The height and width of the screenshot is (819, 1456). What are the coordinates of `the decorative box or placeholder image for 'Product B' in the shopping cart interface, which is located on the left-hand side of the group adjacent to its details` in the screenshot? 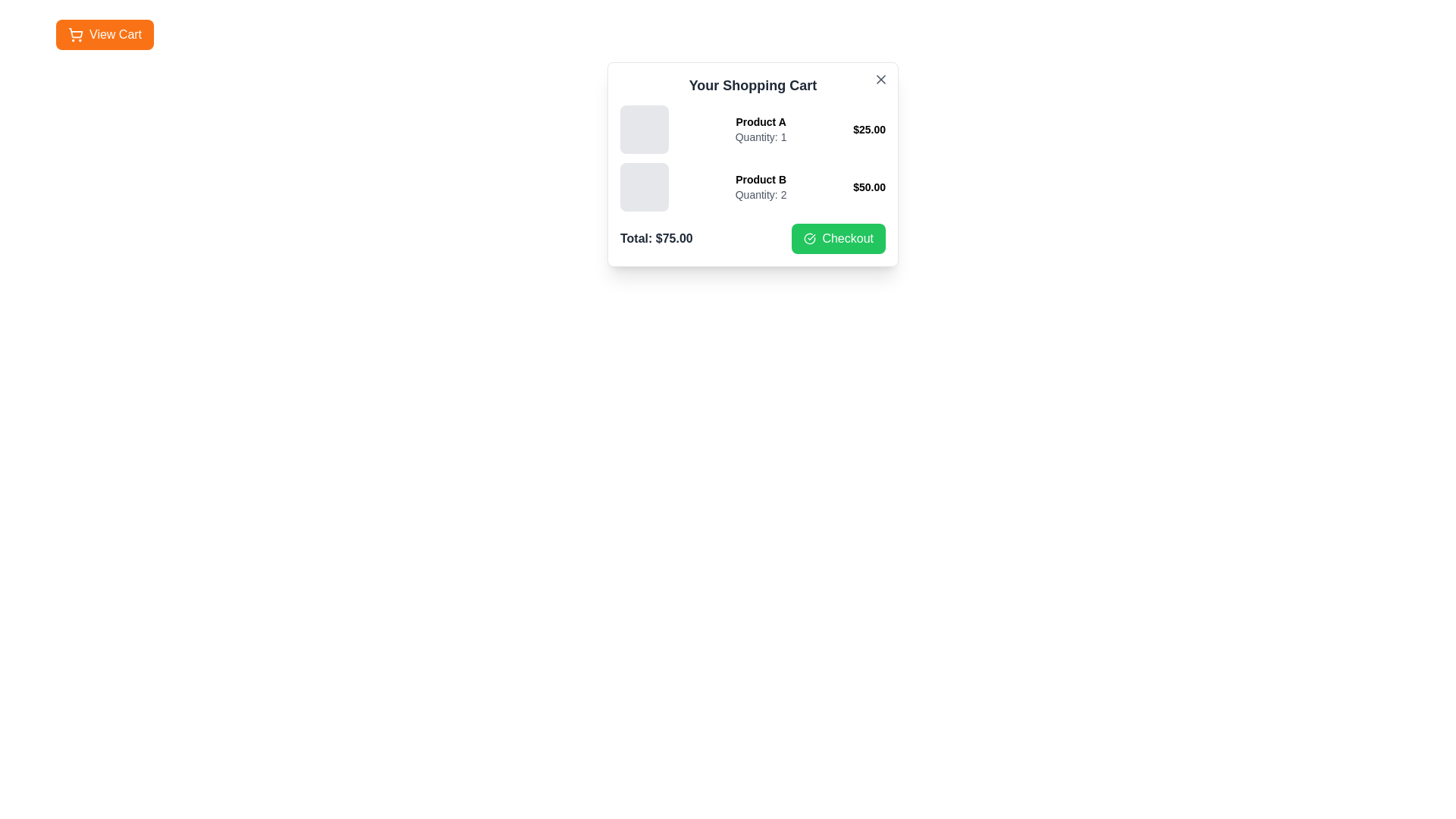 It's located at (644, 186).